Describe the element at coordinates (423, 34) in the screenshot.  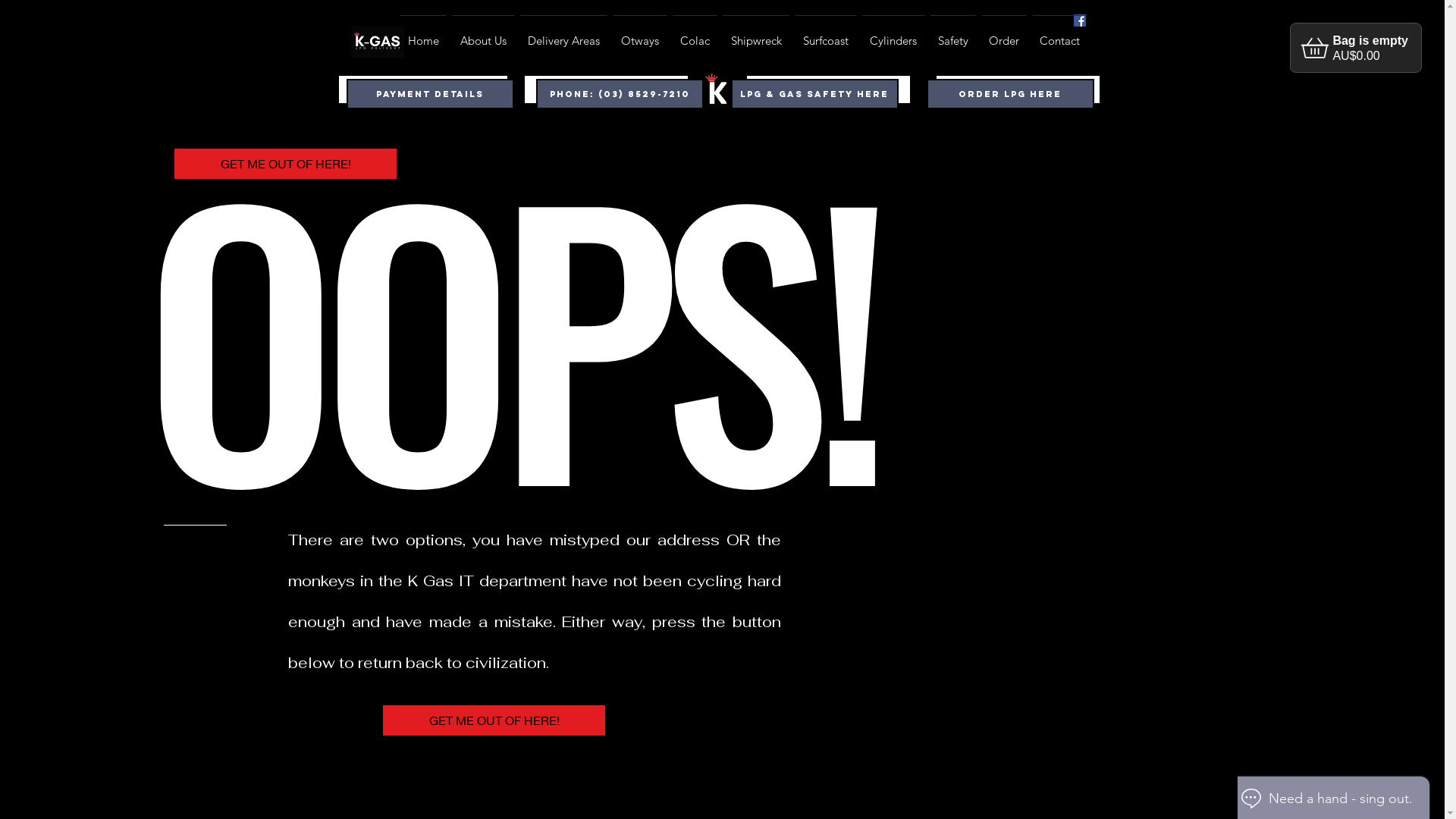
I see `'Home'` at that location.